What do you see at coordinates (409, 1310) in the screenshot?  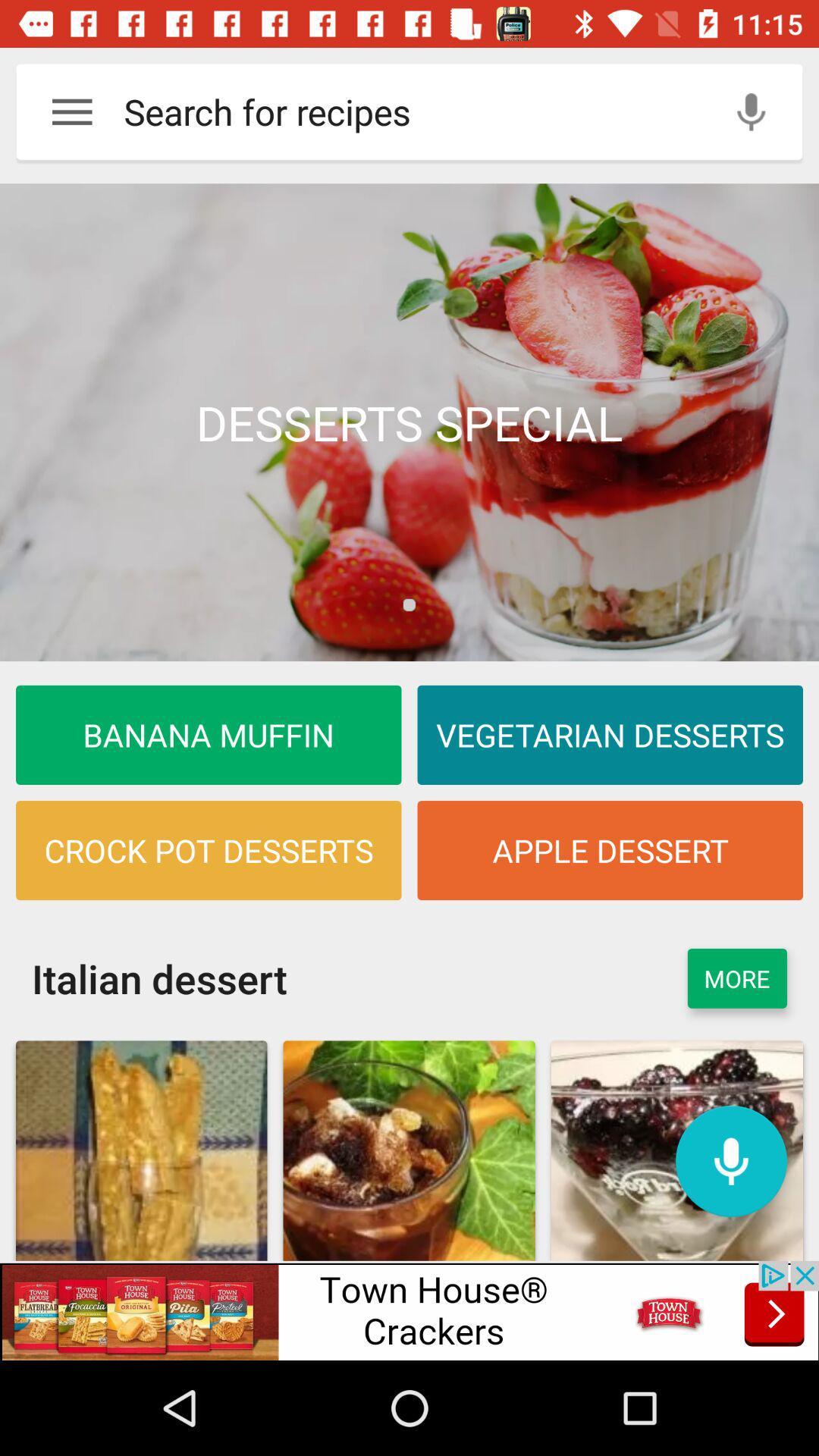 I see `access advertising` at bounding box center [409, 1310].